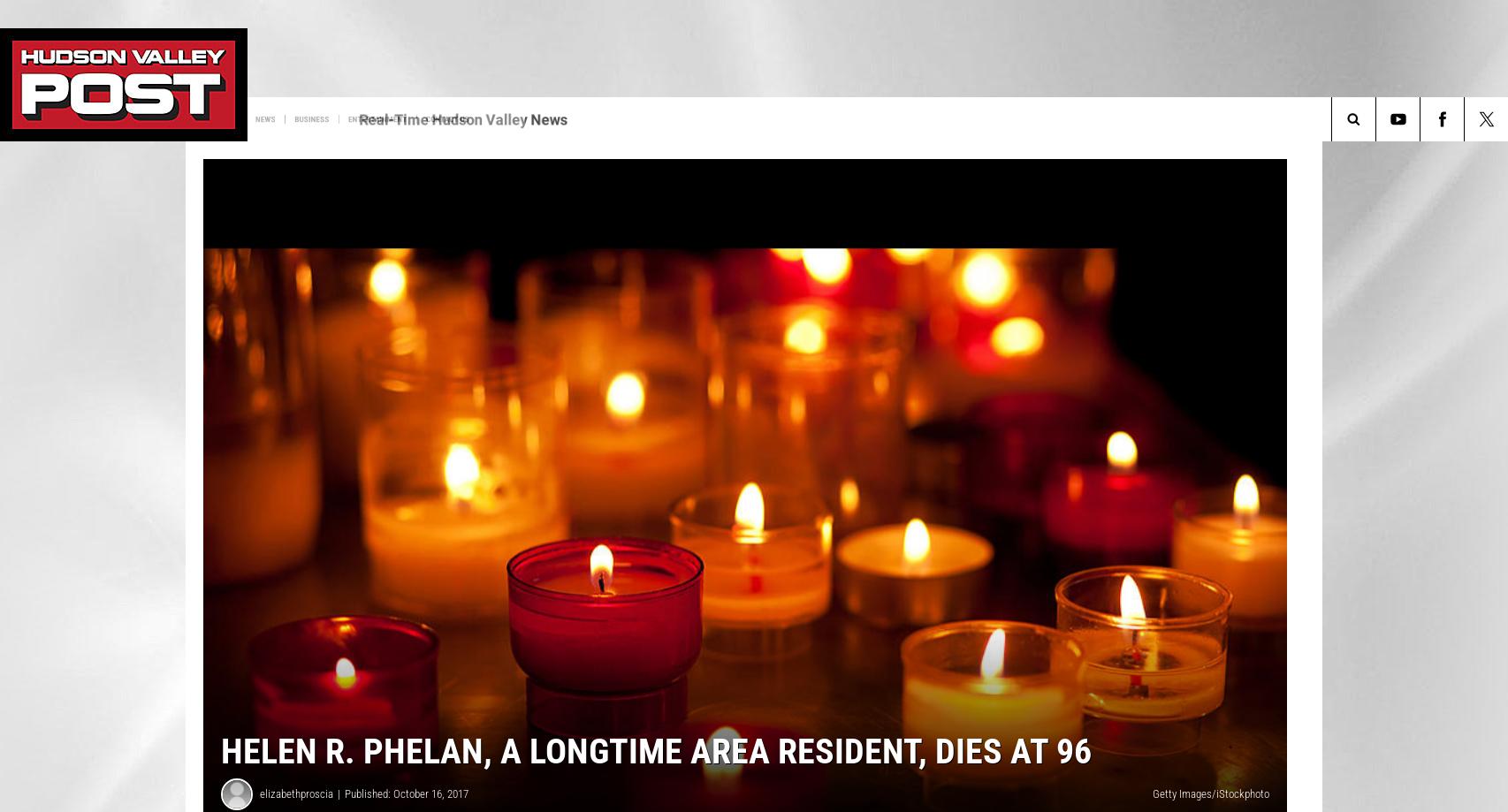  What do you see at coordinates (986, 154) in the screenshot?
I see `'Halloween Hub'` at bounding box center [986, 154].